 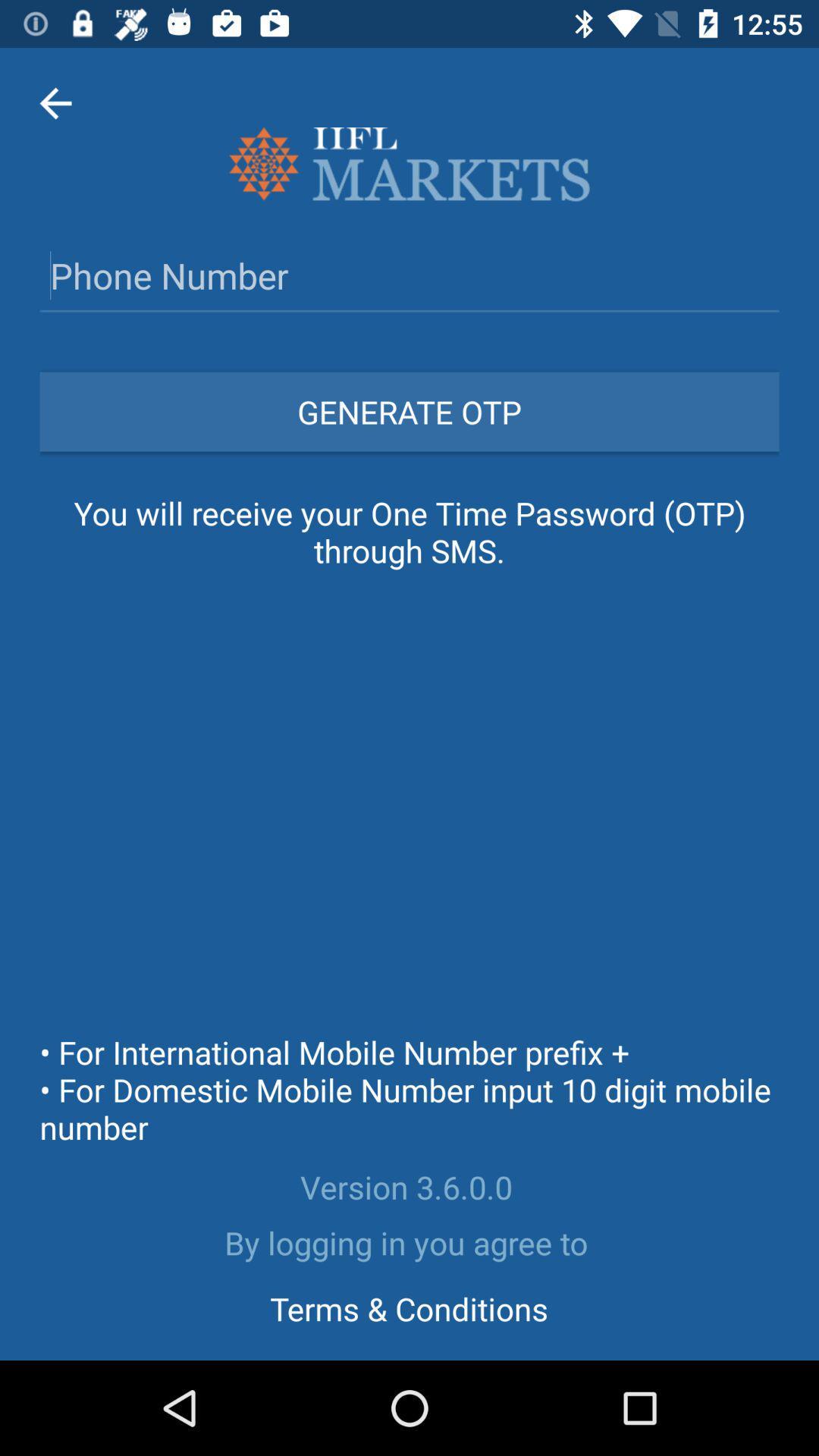 What do you see at coordinates (409, 1186) in the screenshot?
I see `item below for international mobile item` at bounding box center [409, 1186].